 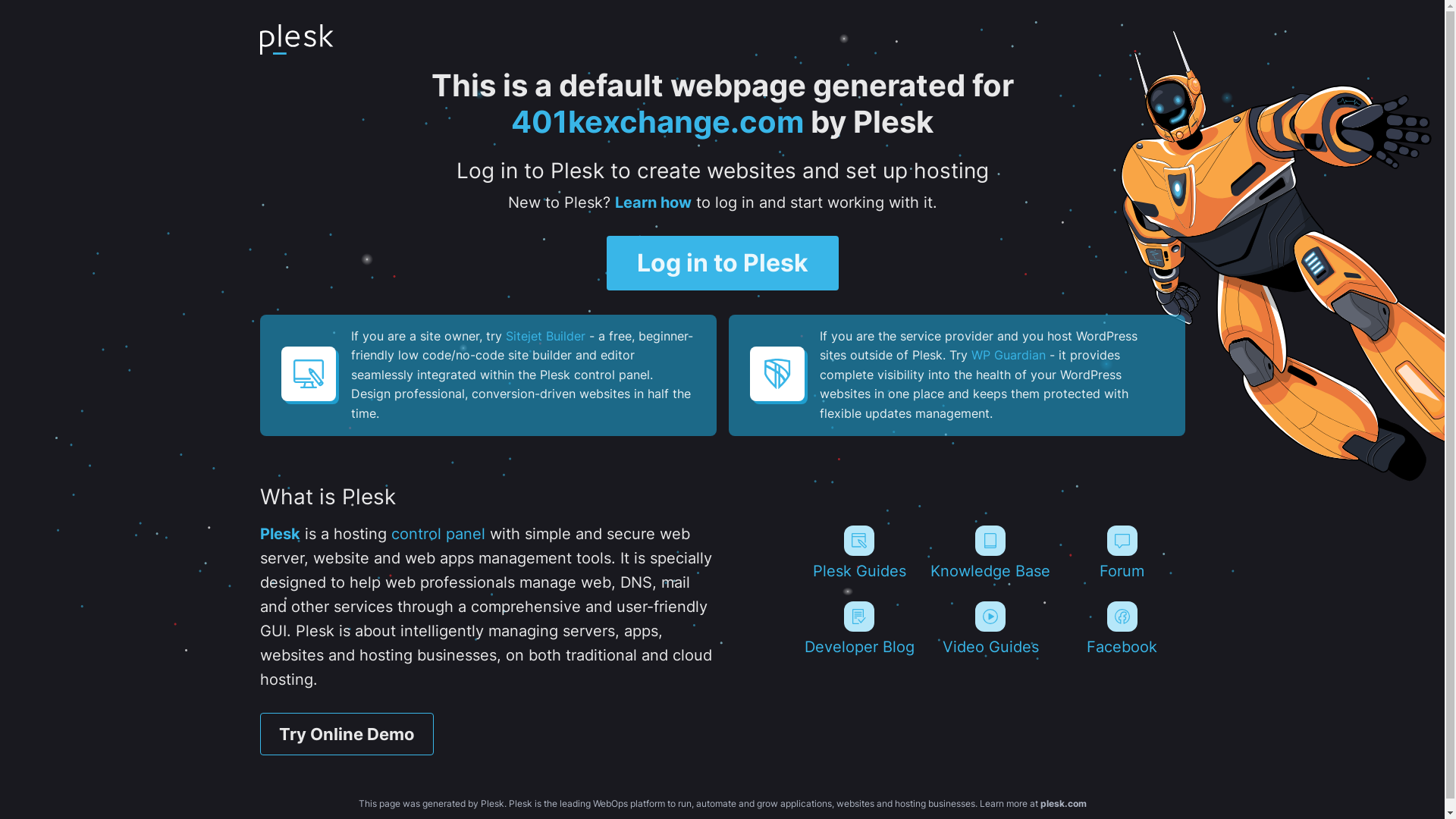 What do you see at coordinates (1122, 629) in the screenshot?
I see `'Facebook'` at bounding box center [1122, 629].